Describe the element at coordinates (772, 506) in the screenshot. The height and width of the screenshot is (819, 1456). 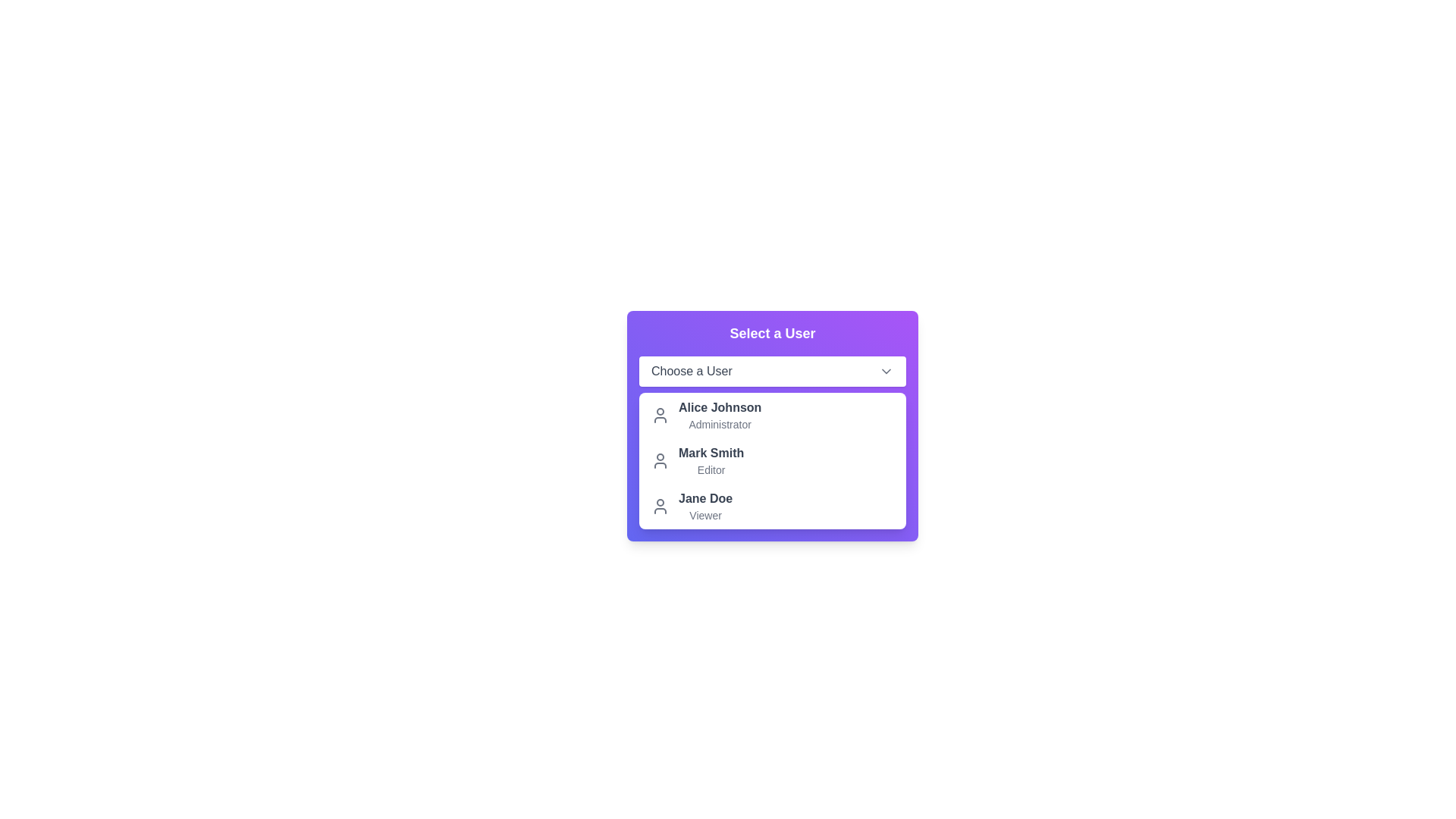
I see `the list item labeled 'Jane Doe' with the role 'Viewer'` at that location.